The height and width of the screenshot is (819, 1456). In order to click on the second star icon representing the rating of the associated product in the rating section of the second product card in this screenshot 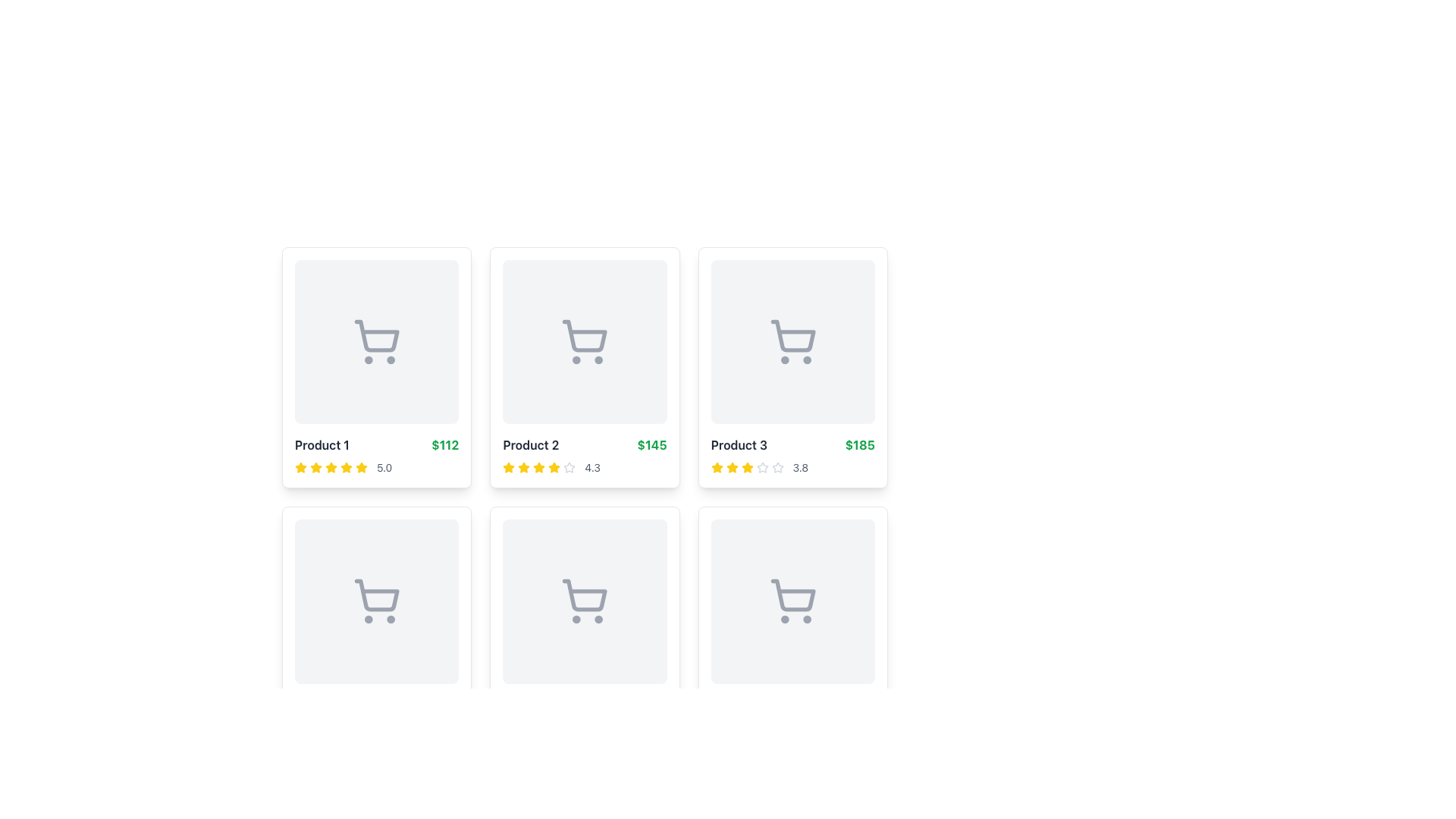, I will do `click(509, 467)`.